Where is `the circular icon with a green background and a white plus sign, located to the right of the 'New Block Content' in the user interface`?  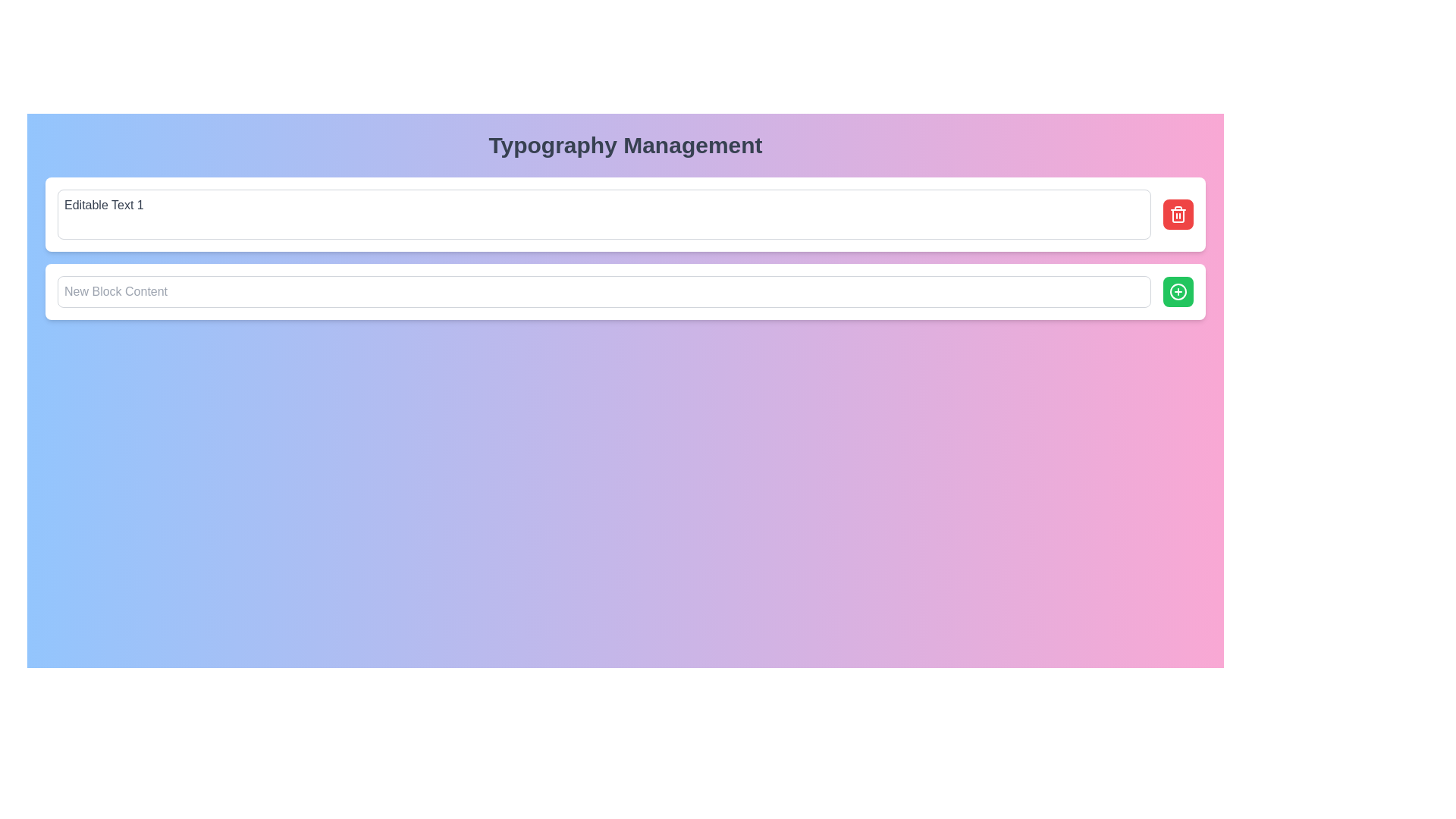 the circular icon with a green background and a white plus sign, located to the right of the 'New Block Content' in the user interface is located at coordinates (1178, 292).